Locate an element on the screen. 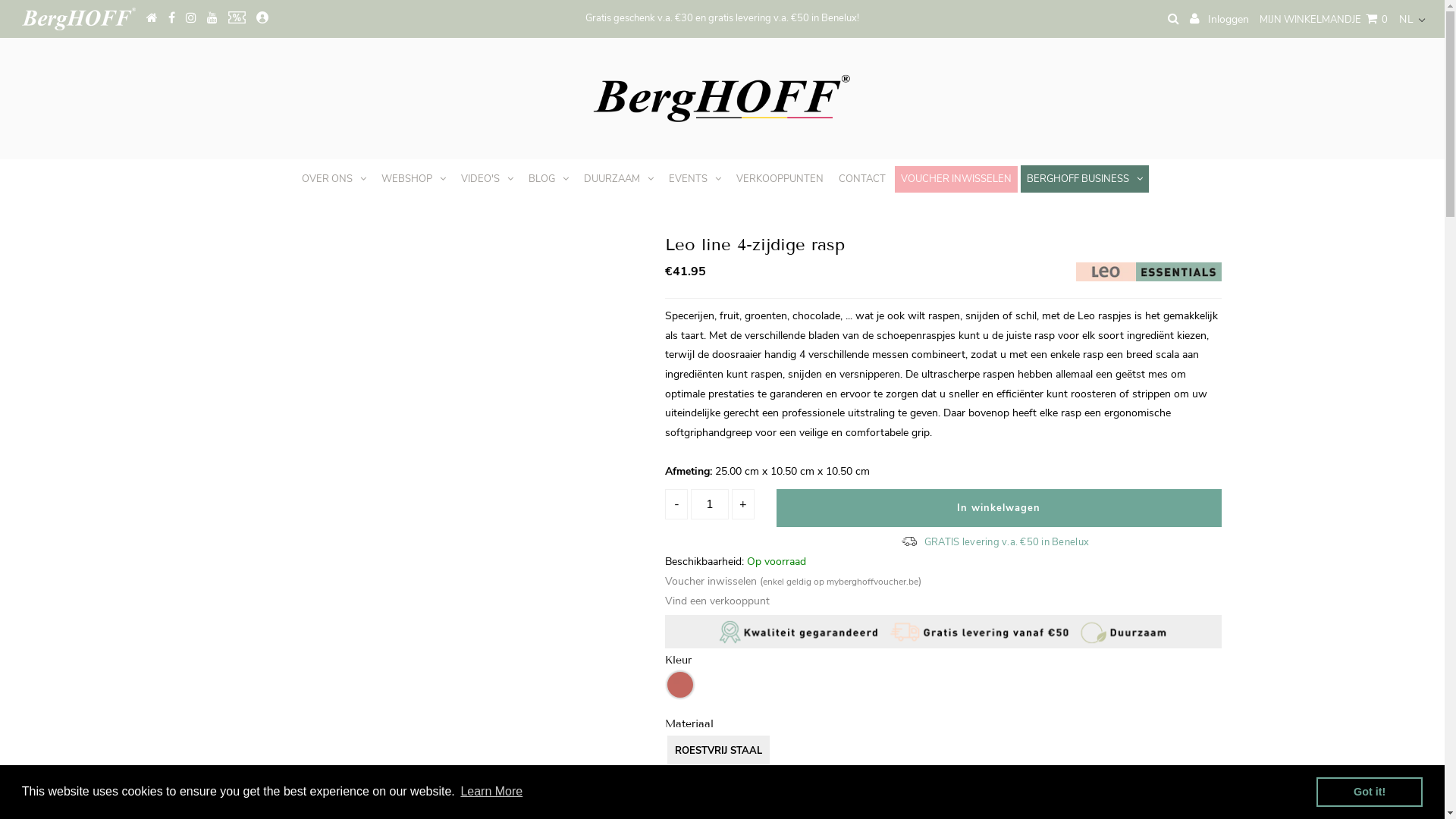  'DUURZAAM' is located at coordinates (619, 177).